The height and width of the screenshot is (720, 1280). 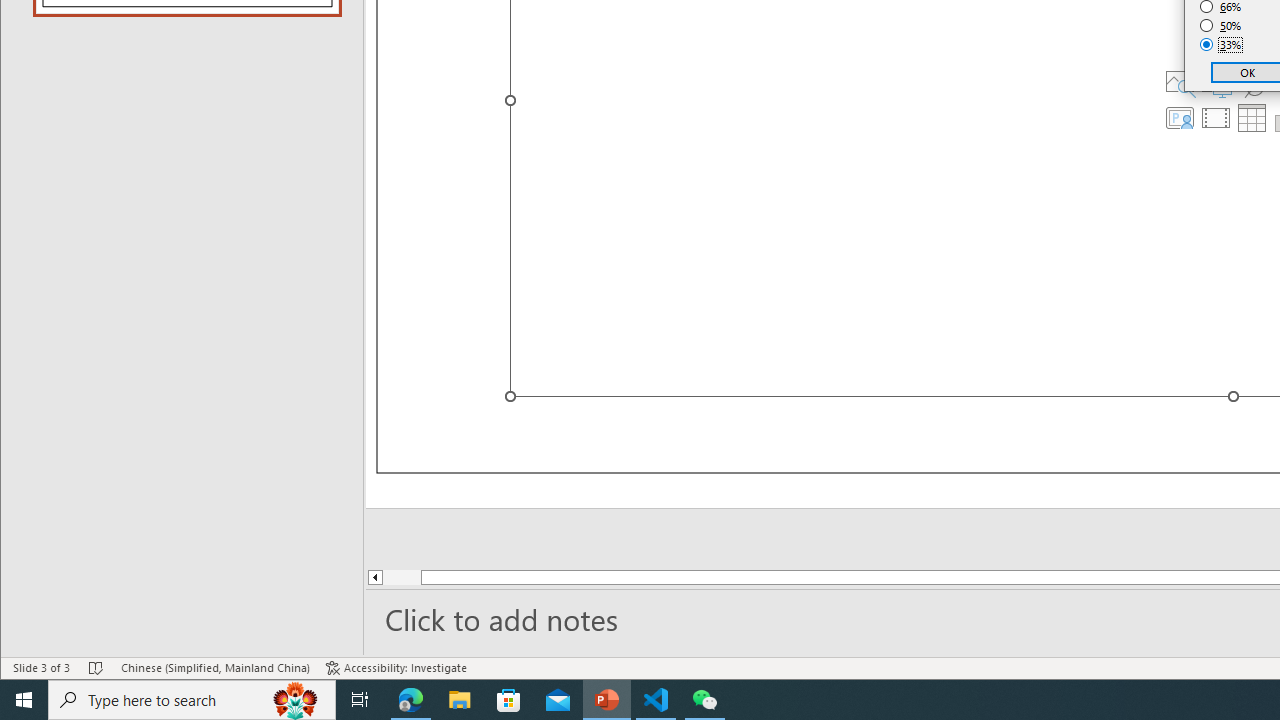 What do you see at coordinates (1215, 118) in the screenshot?
I see `'Insert Video'` at bounding box center [1215, 118].